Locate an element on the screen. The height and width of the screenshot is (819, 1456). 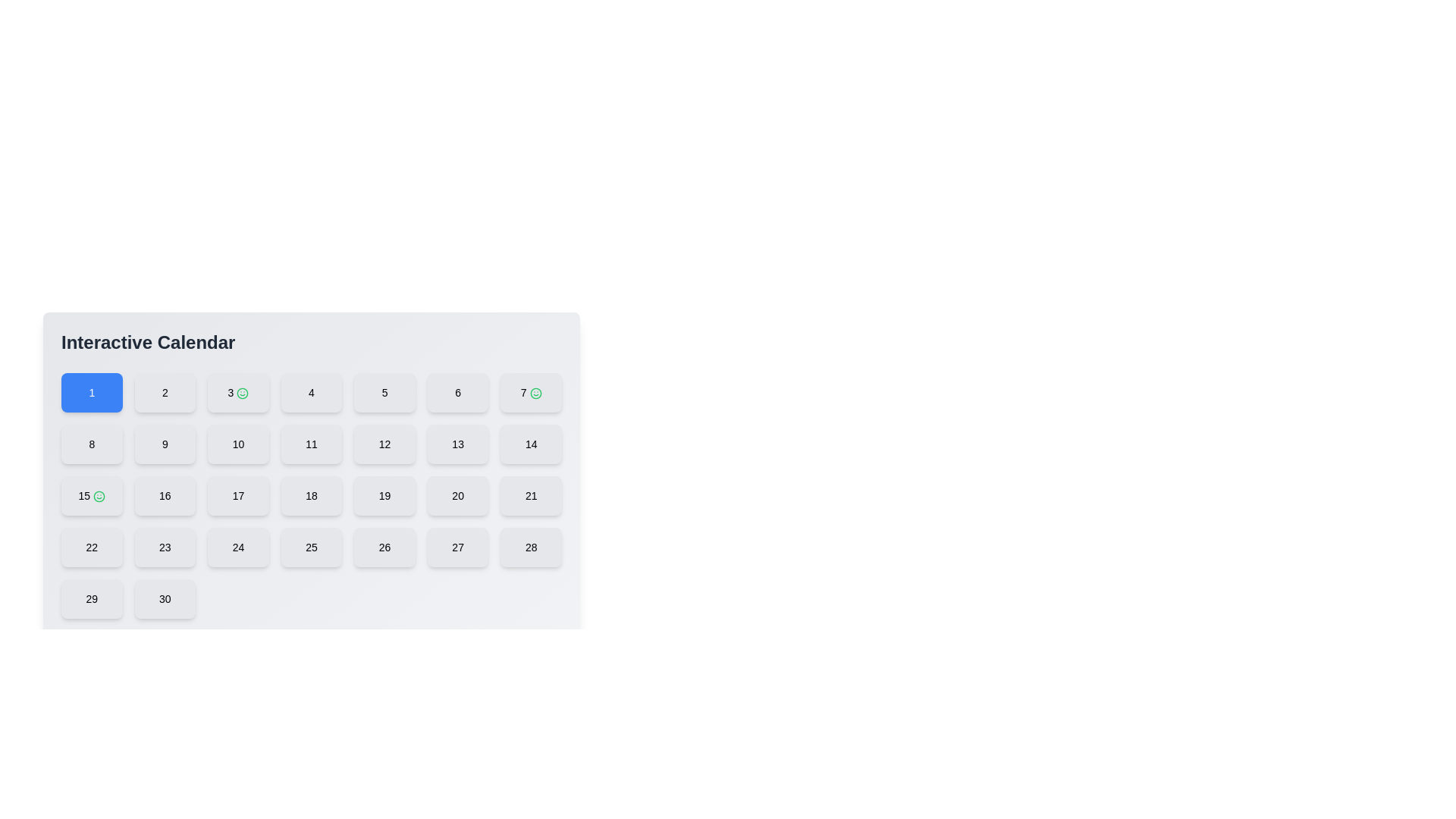
the button representing the 15th date in the interactive calendar is located at coordinates (91, 496).